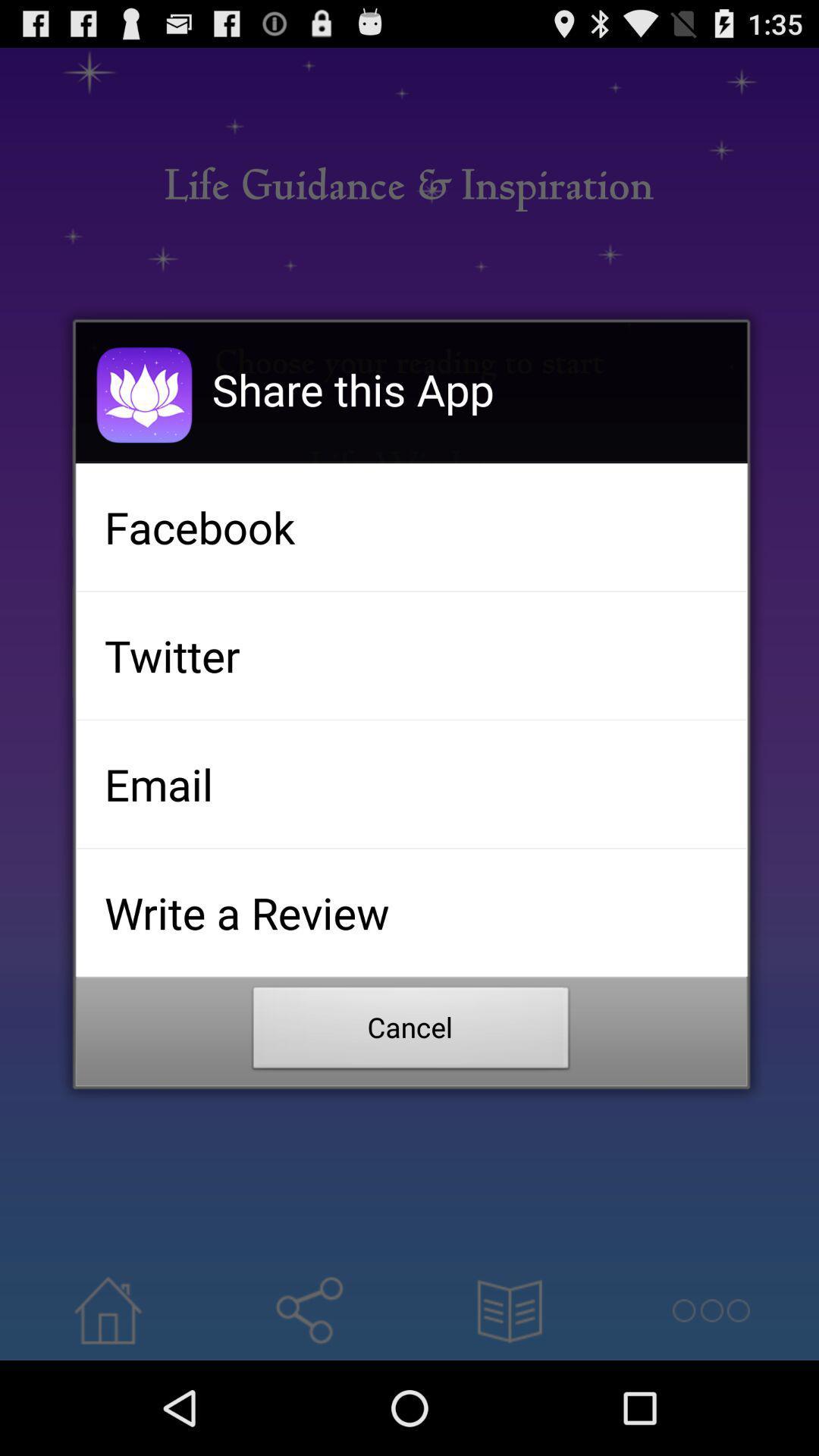 This screenshot has width=819, height=1456. What do you see at coordinates (411, 1031) in the screenshot?
I see `the app below the write a review item` at bounding box center [411, 1031].